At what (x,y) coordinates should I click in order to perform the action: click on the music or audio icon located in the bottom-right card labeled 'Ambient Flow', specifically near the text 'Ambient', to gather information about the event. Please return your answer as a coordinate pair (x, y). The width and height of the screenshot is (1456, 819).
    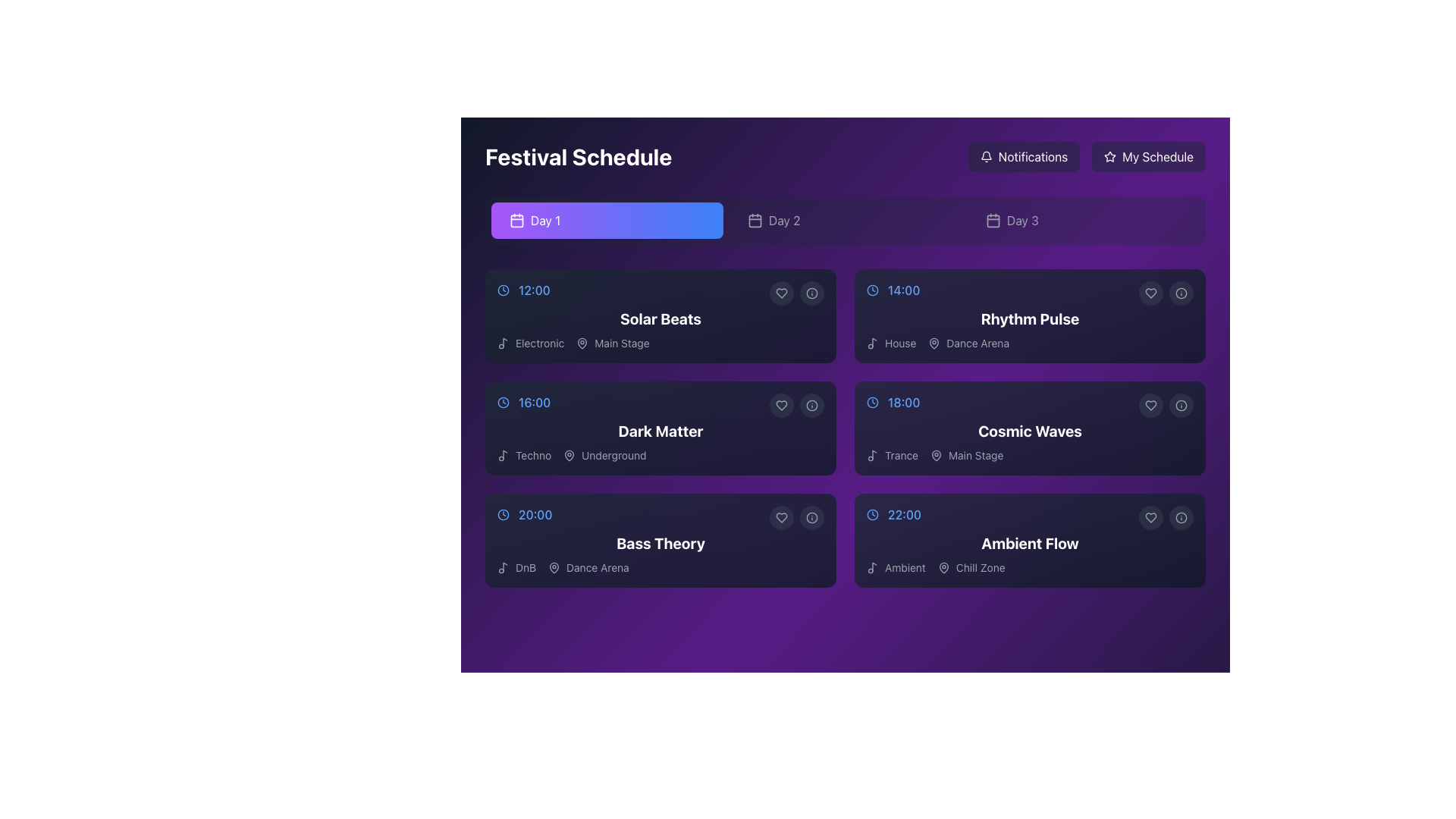
    Looking at the image, I should click on (873, 567).